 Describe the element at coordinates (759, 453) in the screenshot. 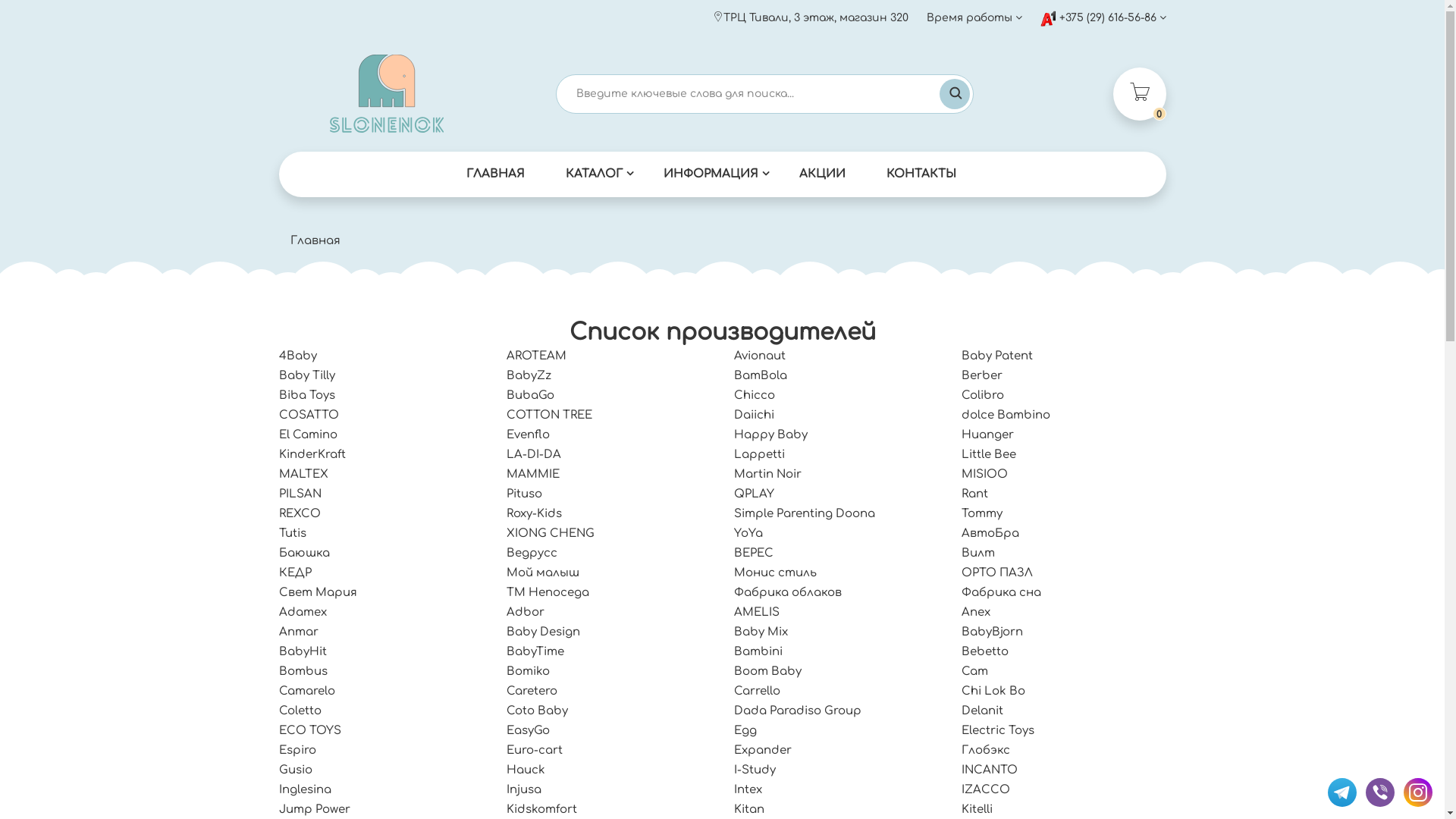

I see `'Lappetti'` at that location.